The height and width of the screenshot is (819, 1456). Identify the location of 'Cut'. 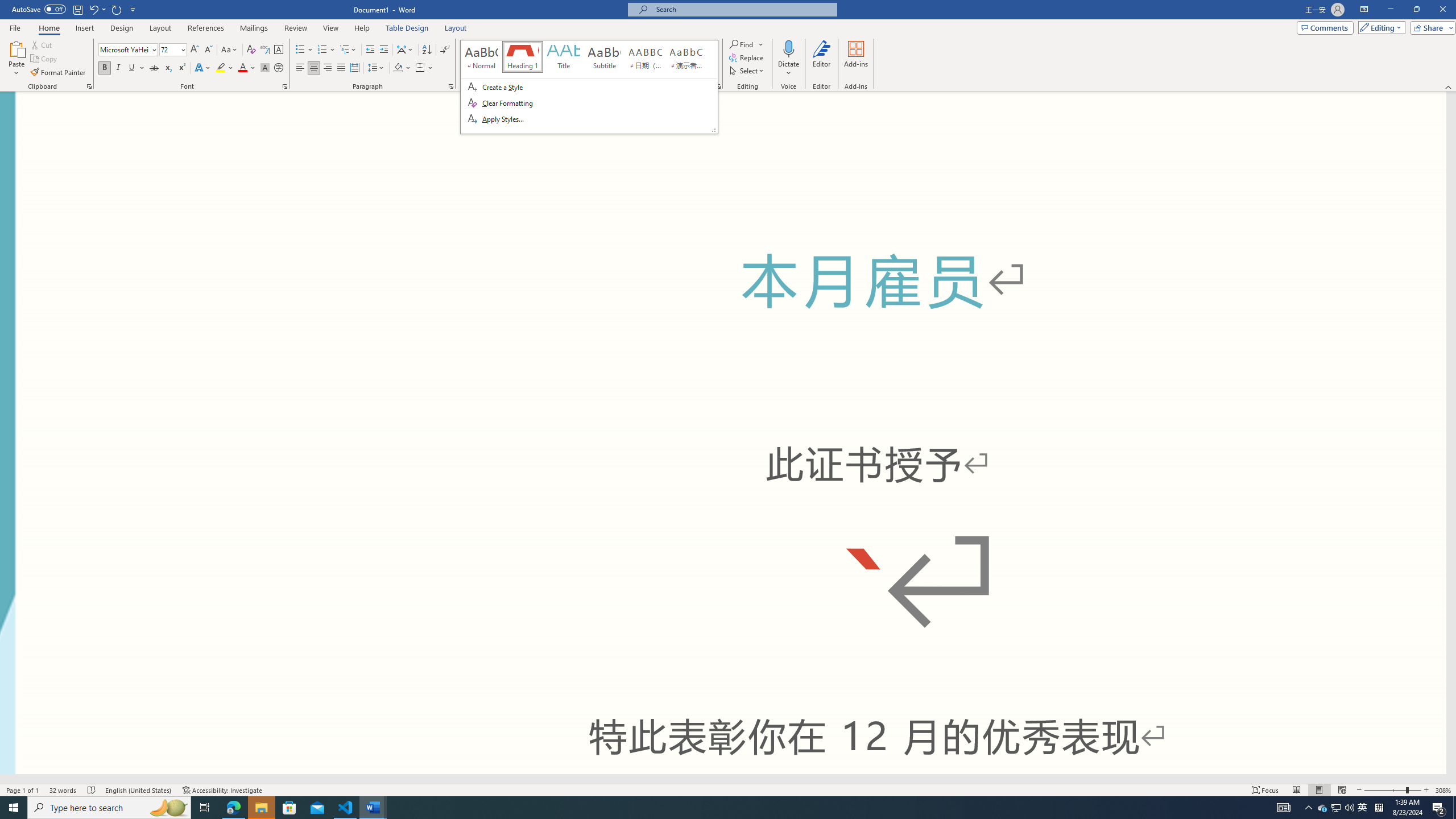
(42, 44).